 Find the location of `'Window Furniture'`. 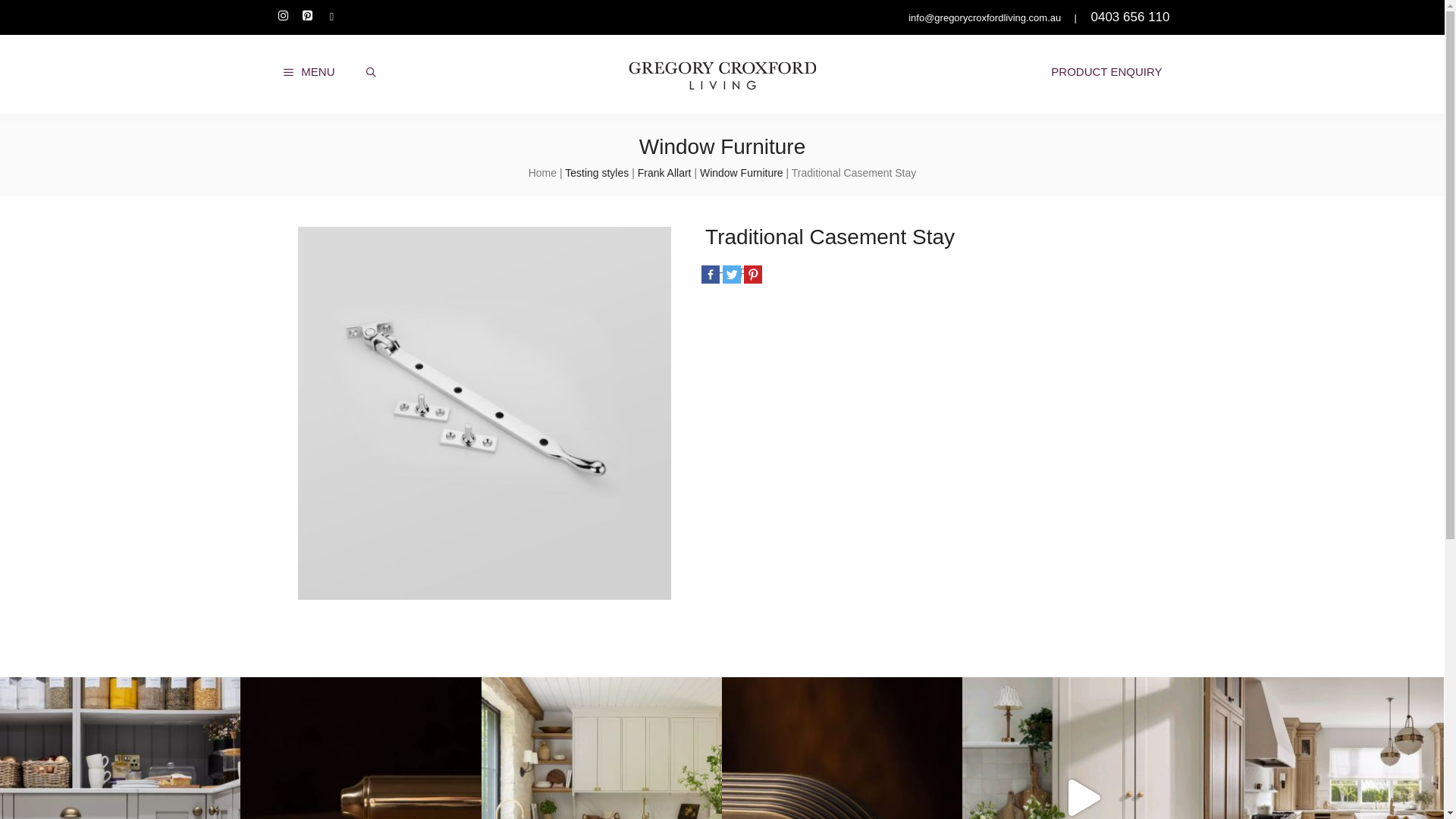

'Window Furniture' is located at coordinates (742, 171).